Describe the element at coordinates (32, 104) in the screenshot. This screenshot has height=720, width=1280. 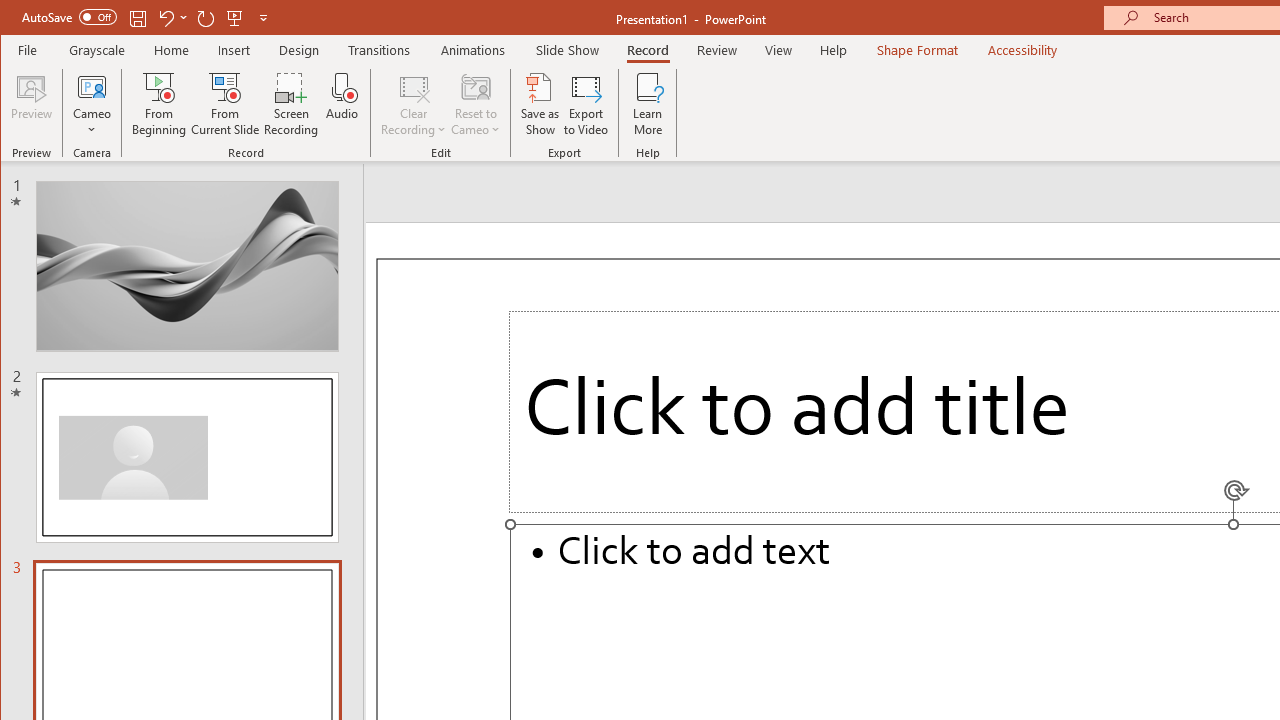
I see `'Preview'` at that location.